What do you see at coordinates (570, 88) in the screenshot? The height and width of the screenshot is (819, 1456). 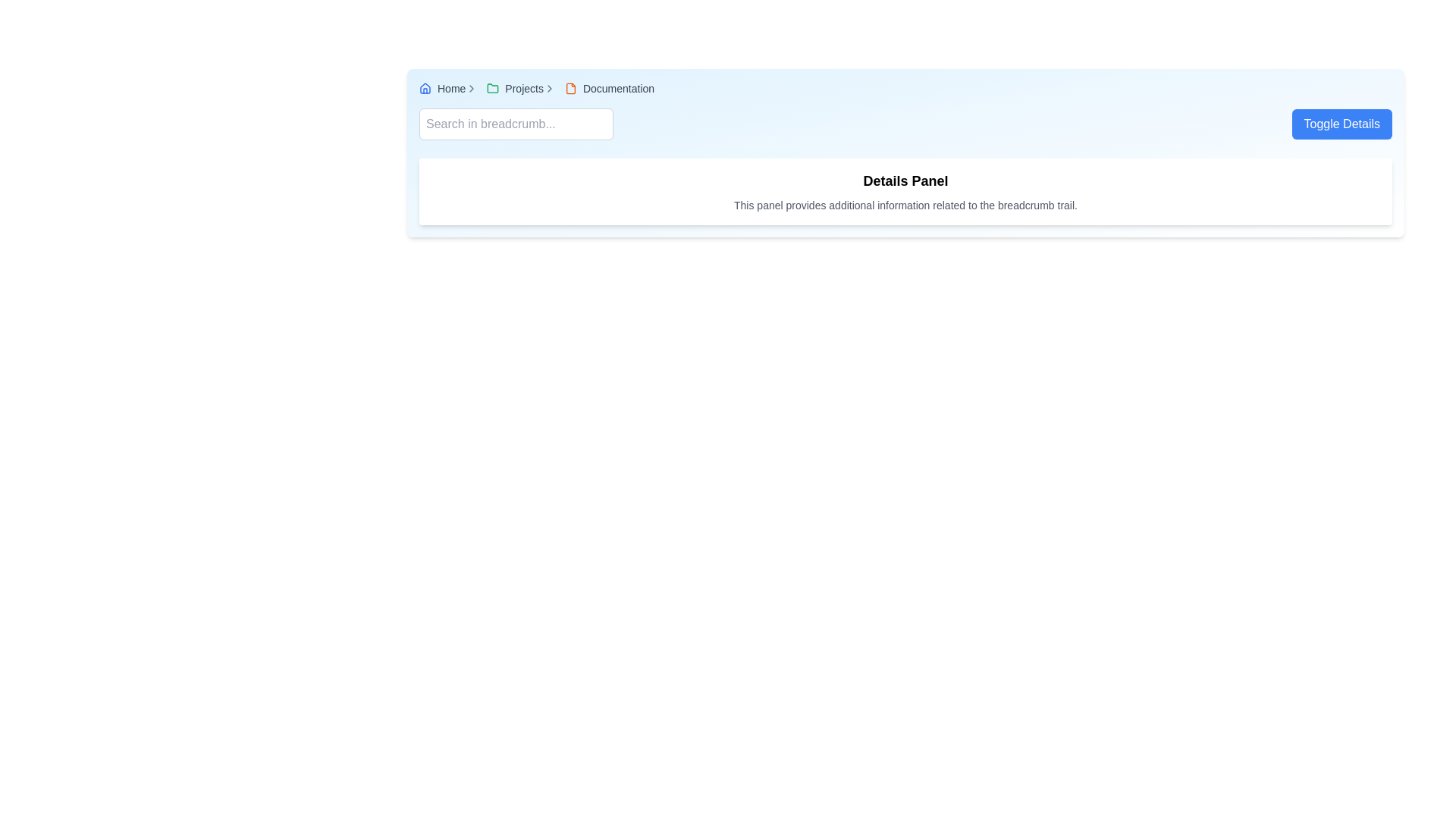 I see `the document icon located in the breadcrumb navigation bar next to the 'Documentation' text label` at bounding box center [570, 88].